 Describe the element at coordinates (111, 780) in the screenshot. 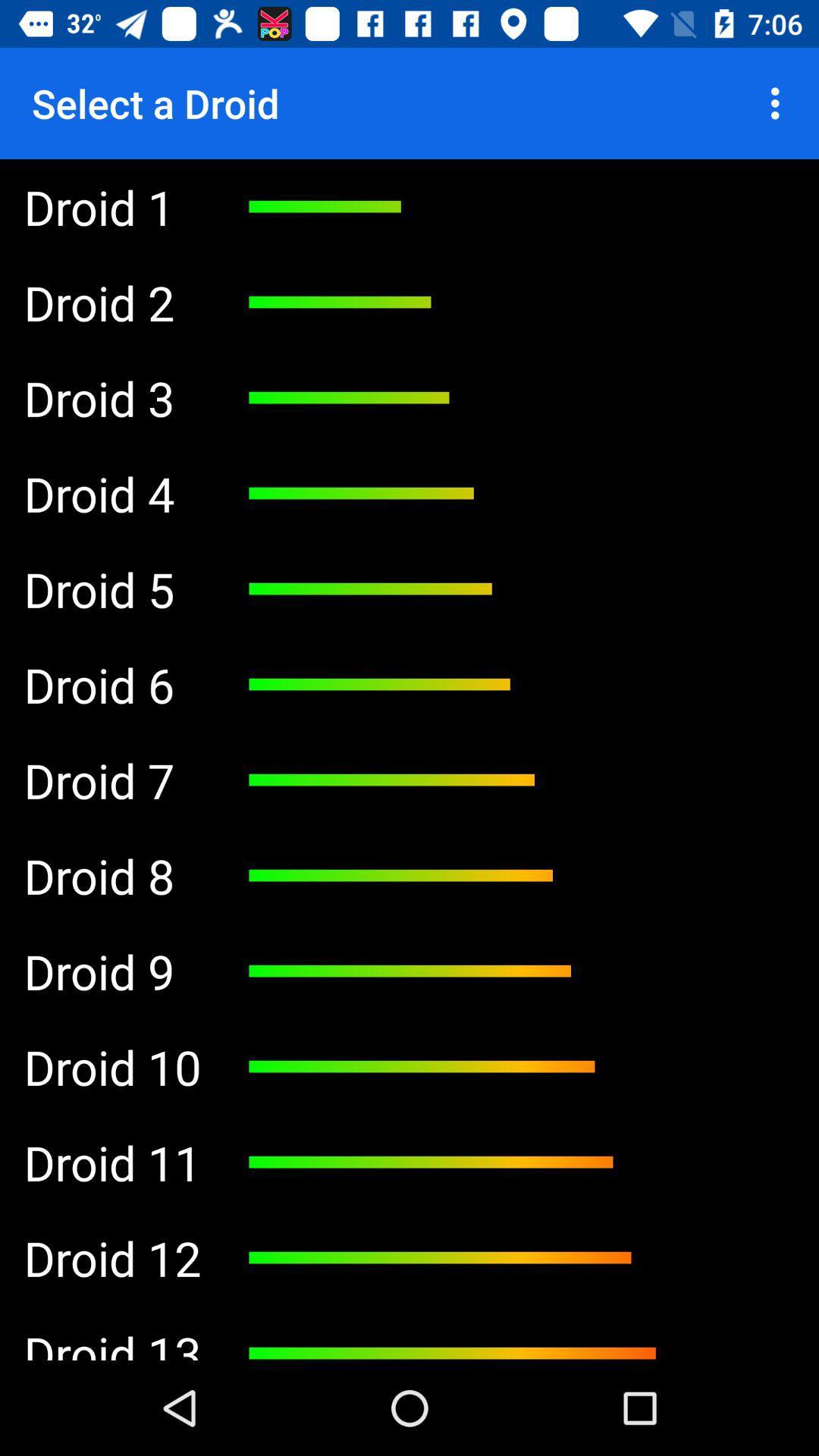

I see `the droid 7 app` at that location.